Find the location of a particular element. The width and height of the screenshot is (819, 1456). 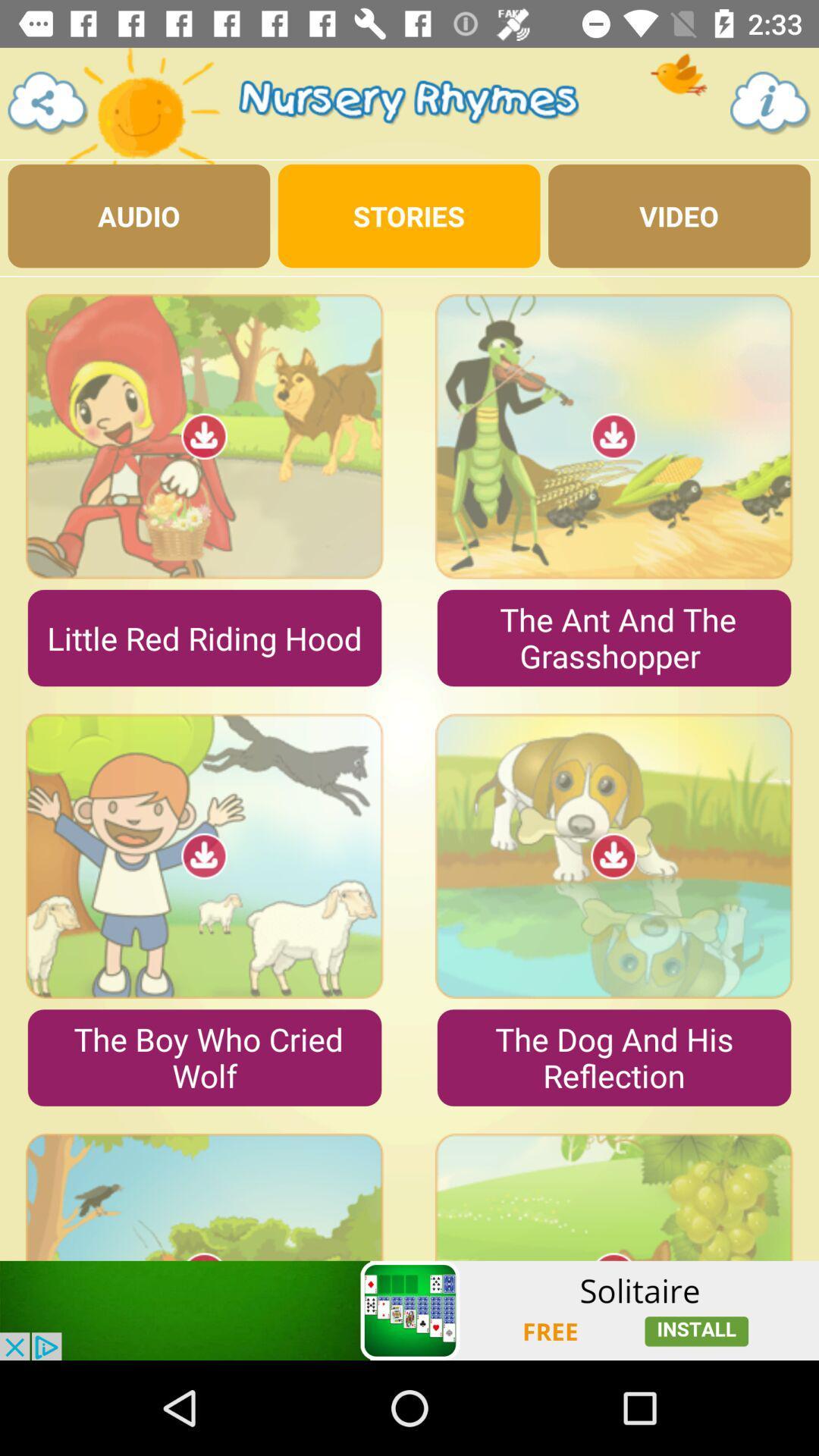

the share icon is located at coordinates (47, 102).